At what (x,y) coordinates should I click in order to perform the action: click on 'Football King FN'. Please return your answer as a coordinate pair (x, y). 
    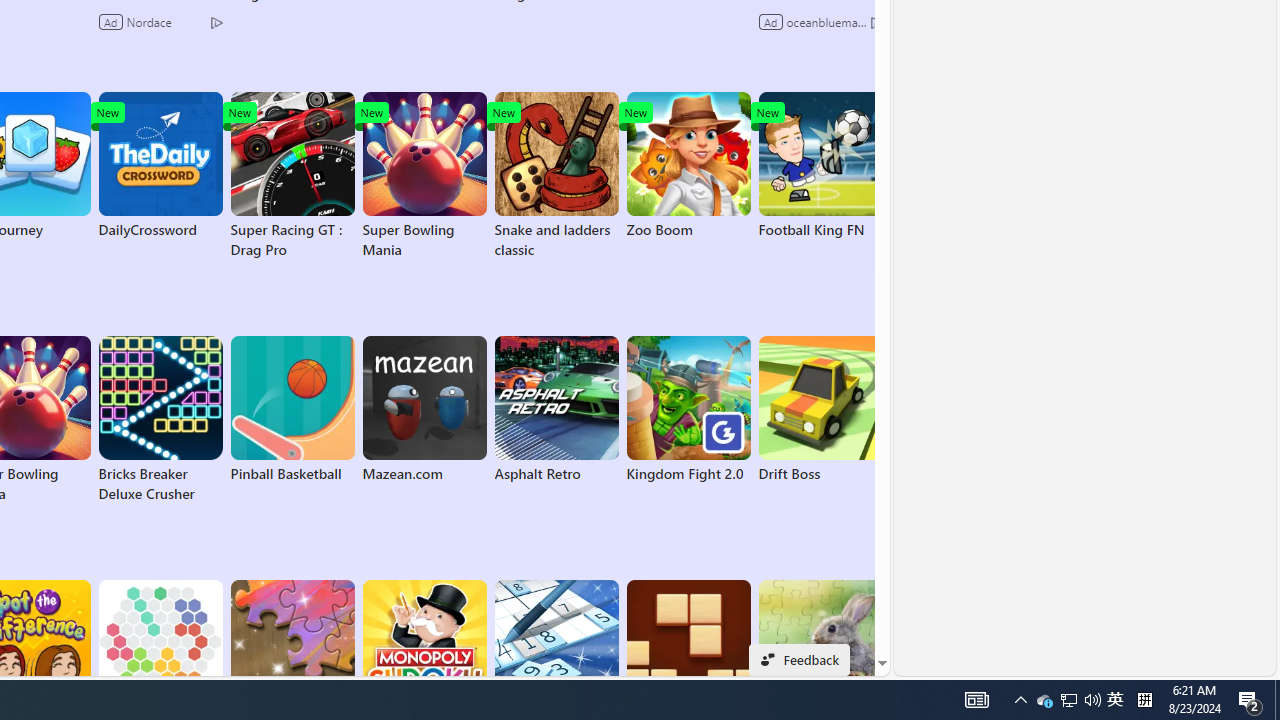
    Looking at the image, I should click on (820, 164).